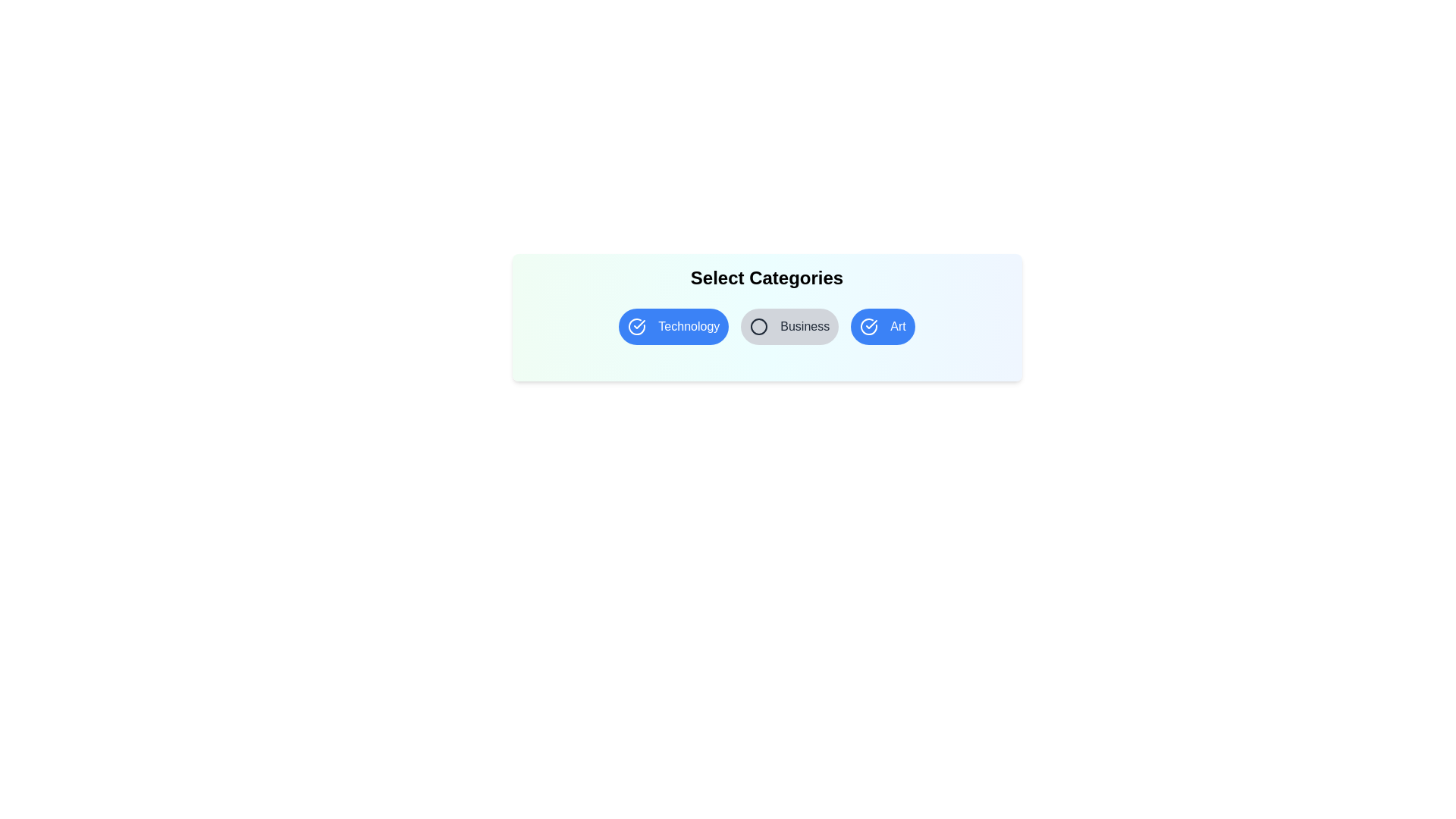 The image size is (1456, 819). What do you see at coordinates (673, 326) in the screenshot?
I see `the tag labeled Technology to observe its hover effect` at bounding box center [673, 326].